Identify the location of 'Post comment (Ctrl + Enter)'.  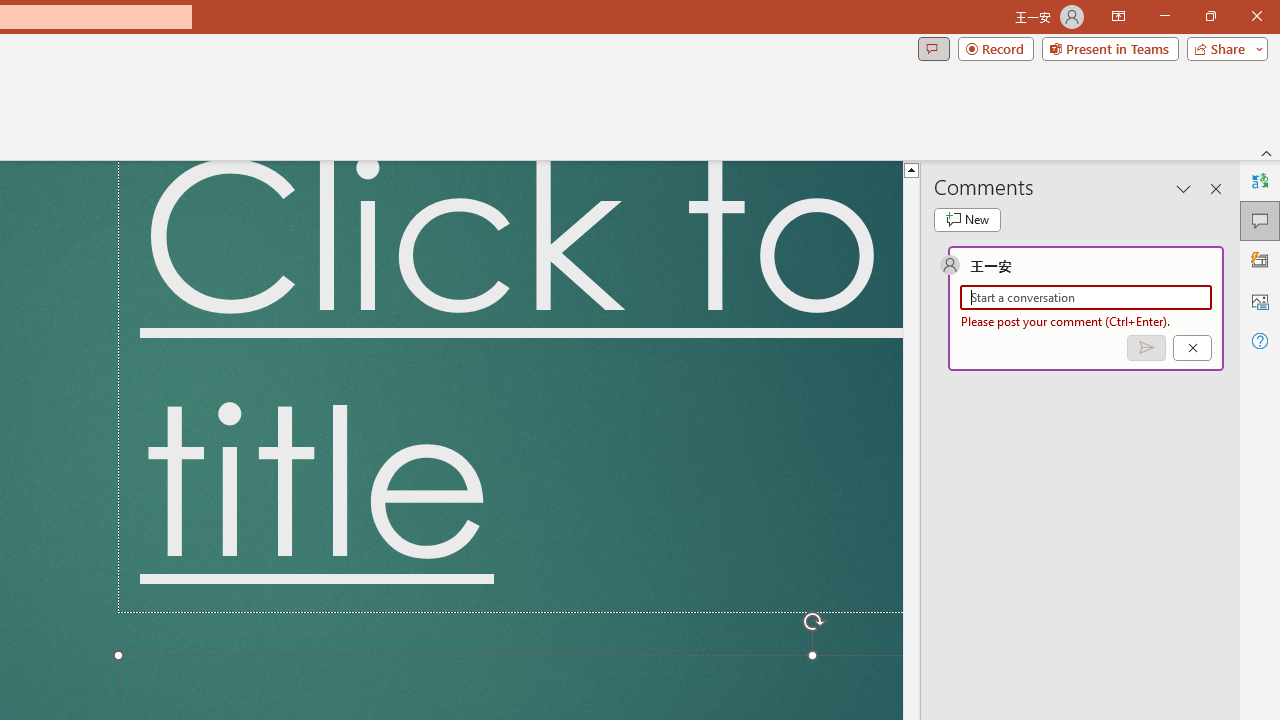
(1146, 346).